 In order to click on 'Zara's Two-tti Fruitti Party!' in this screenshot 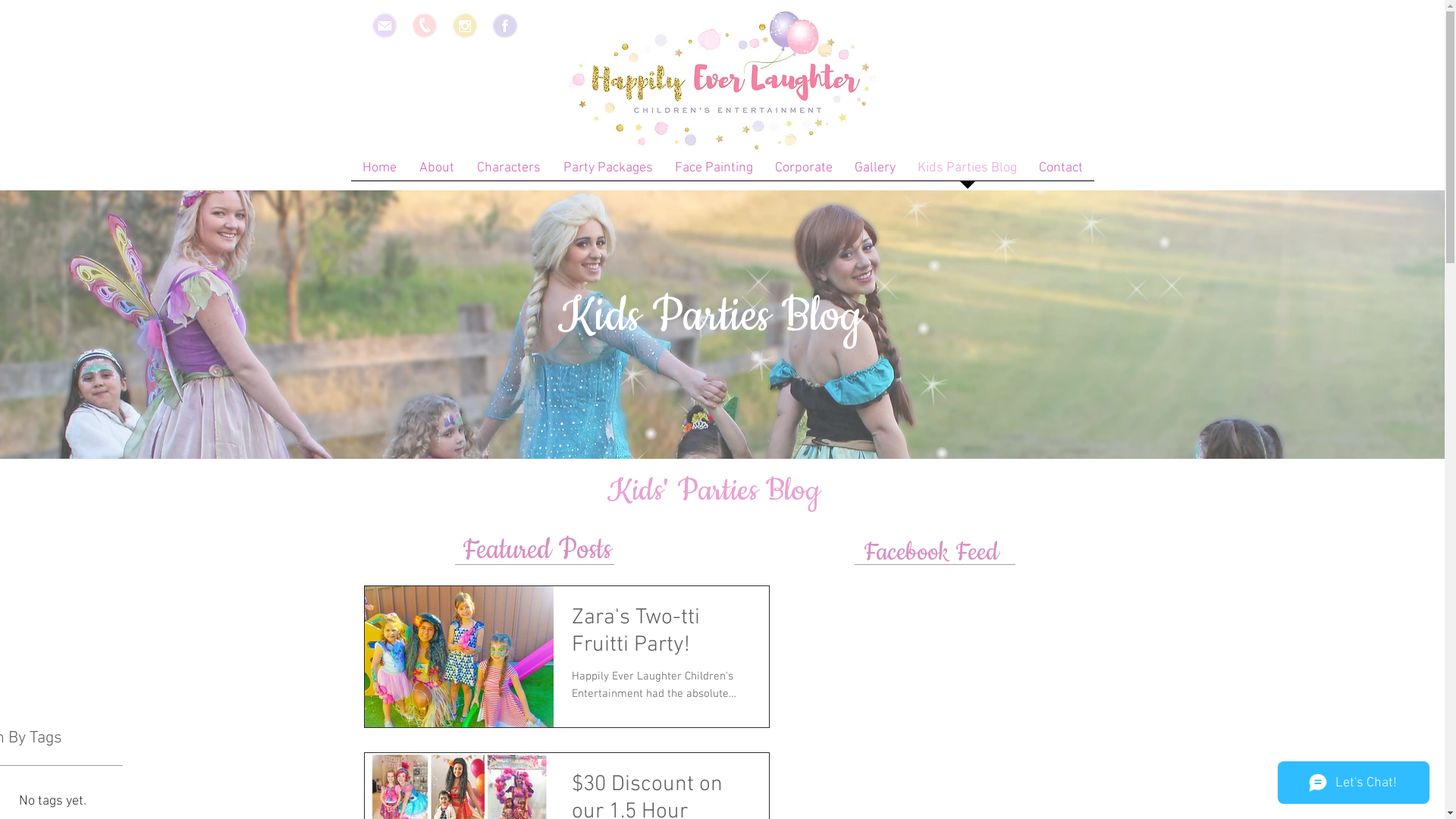, I will do `click(661, 636)`.